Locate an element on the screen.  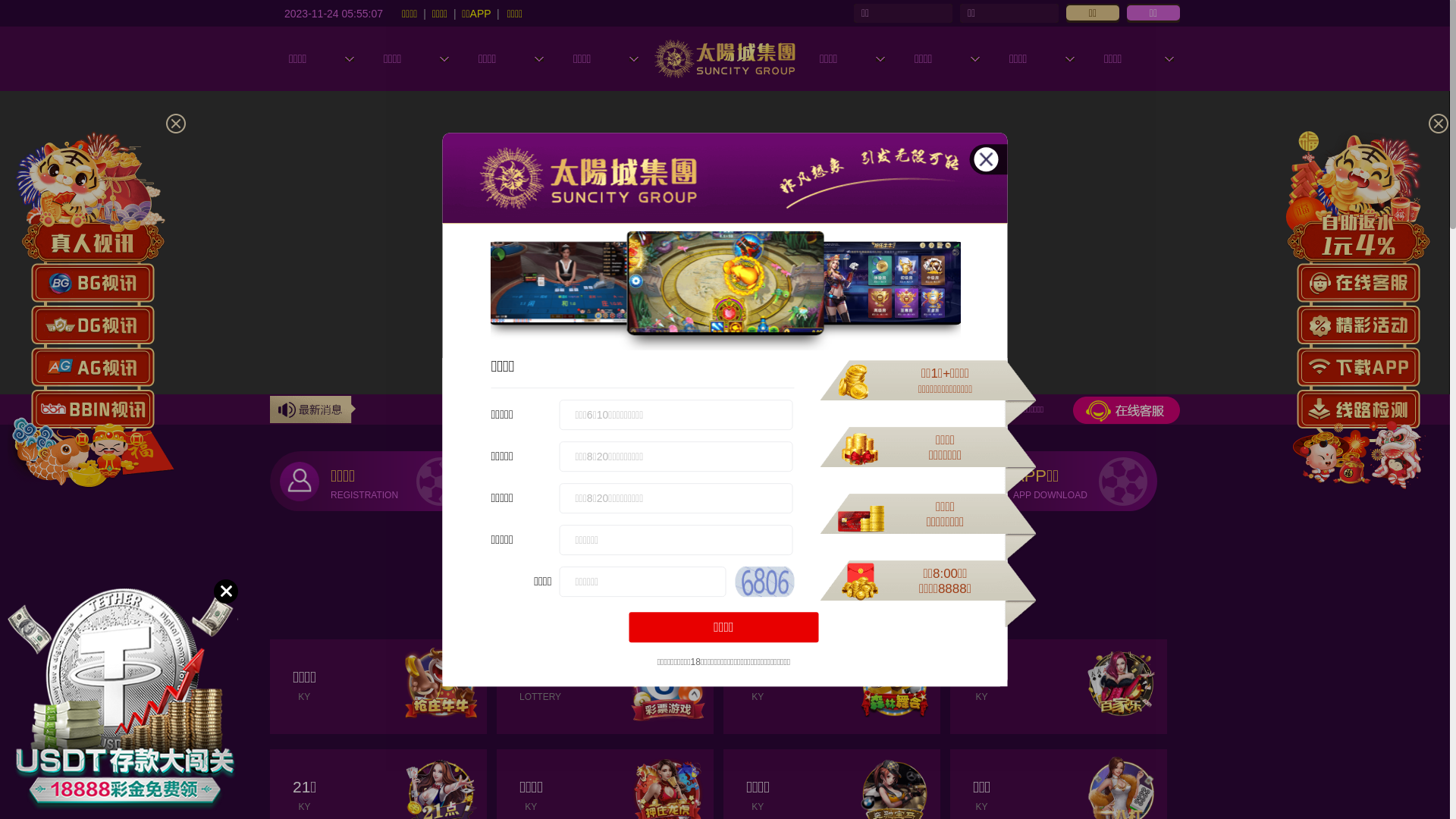
'2023-11-24 05:55:04' is located at coordinates (333, 12).